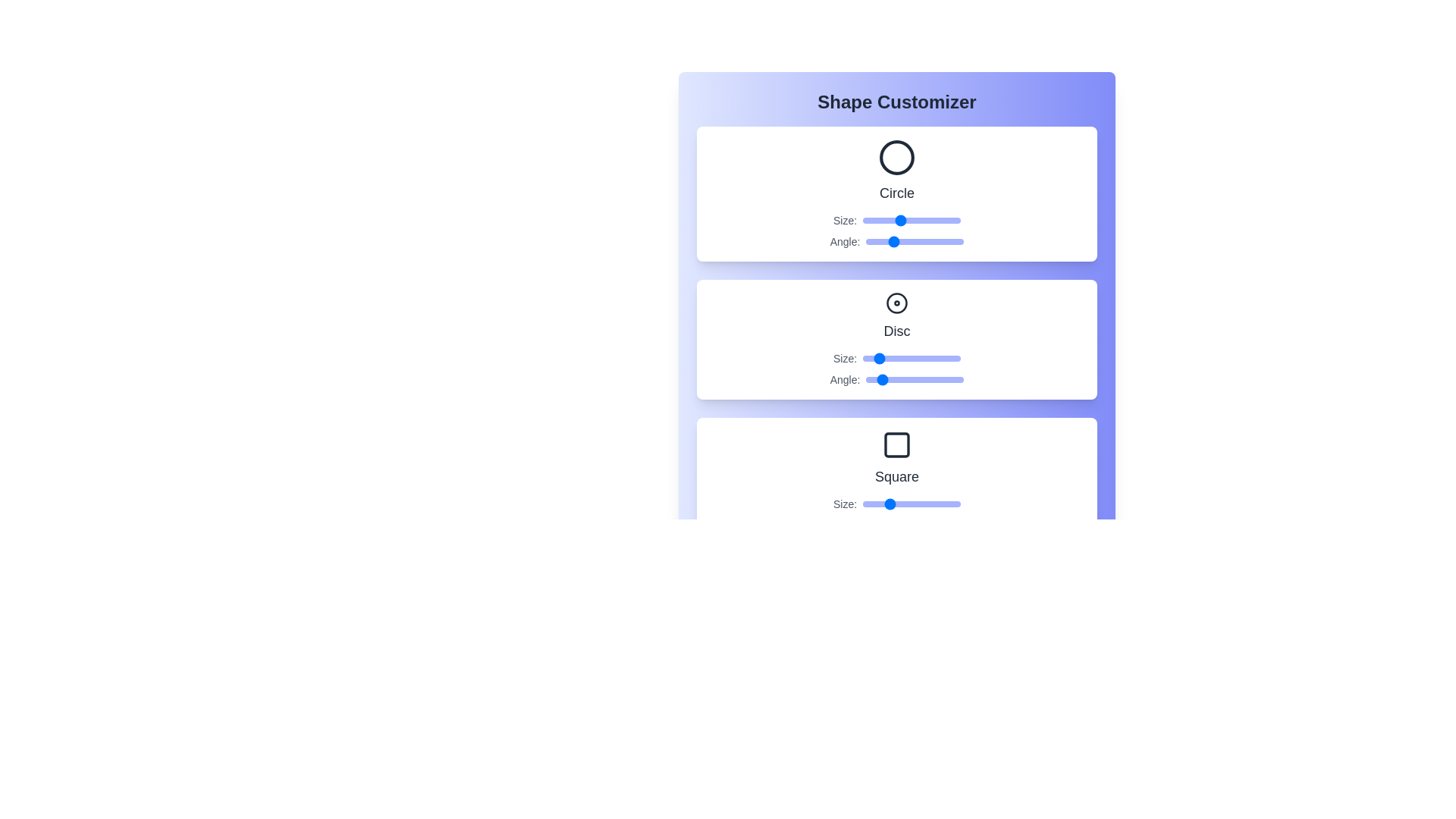 The width and height of the screenshot is (1456, 819). I want to click on the icon of the shape Circle, so click(896, 158).